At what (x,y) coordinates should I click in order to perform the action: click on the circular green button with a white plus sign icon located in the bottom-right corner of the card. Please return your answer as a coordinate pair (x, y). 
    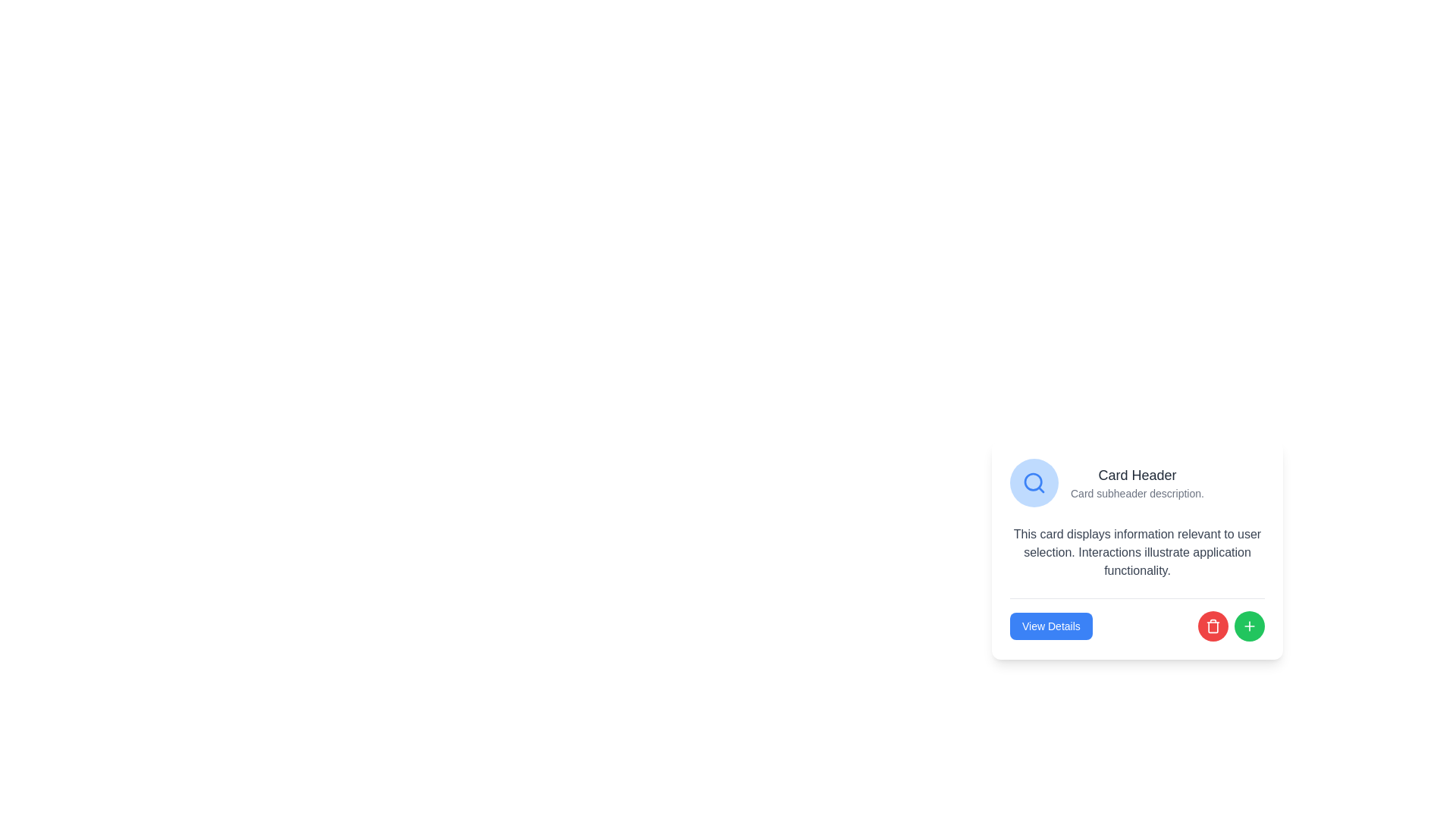
    Looking at the image, I should click on (1249, 626).